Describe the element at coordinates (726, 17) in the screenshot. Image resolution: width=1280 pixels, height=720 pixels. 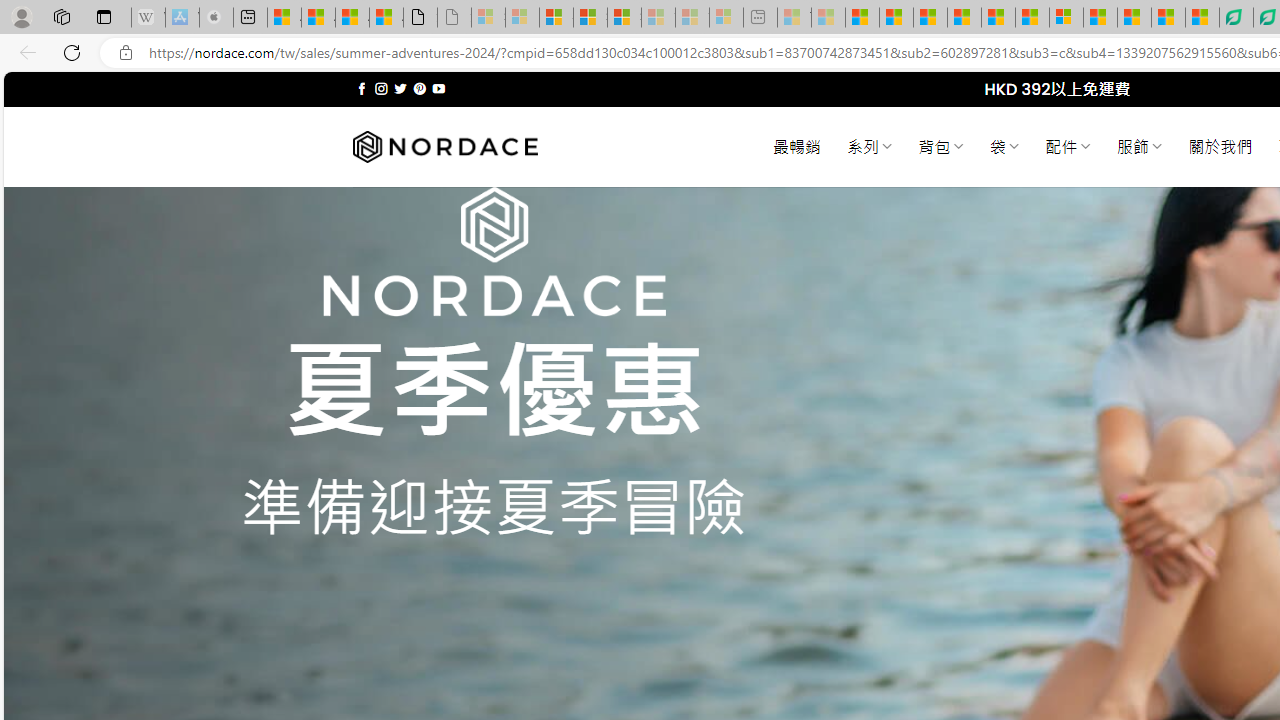
I see `'Microsoft account | Account Checkup - Sleeping'` at that location.